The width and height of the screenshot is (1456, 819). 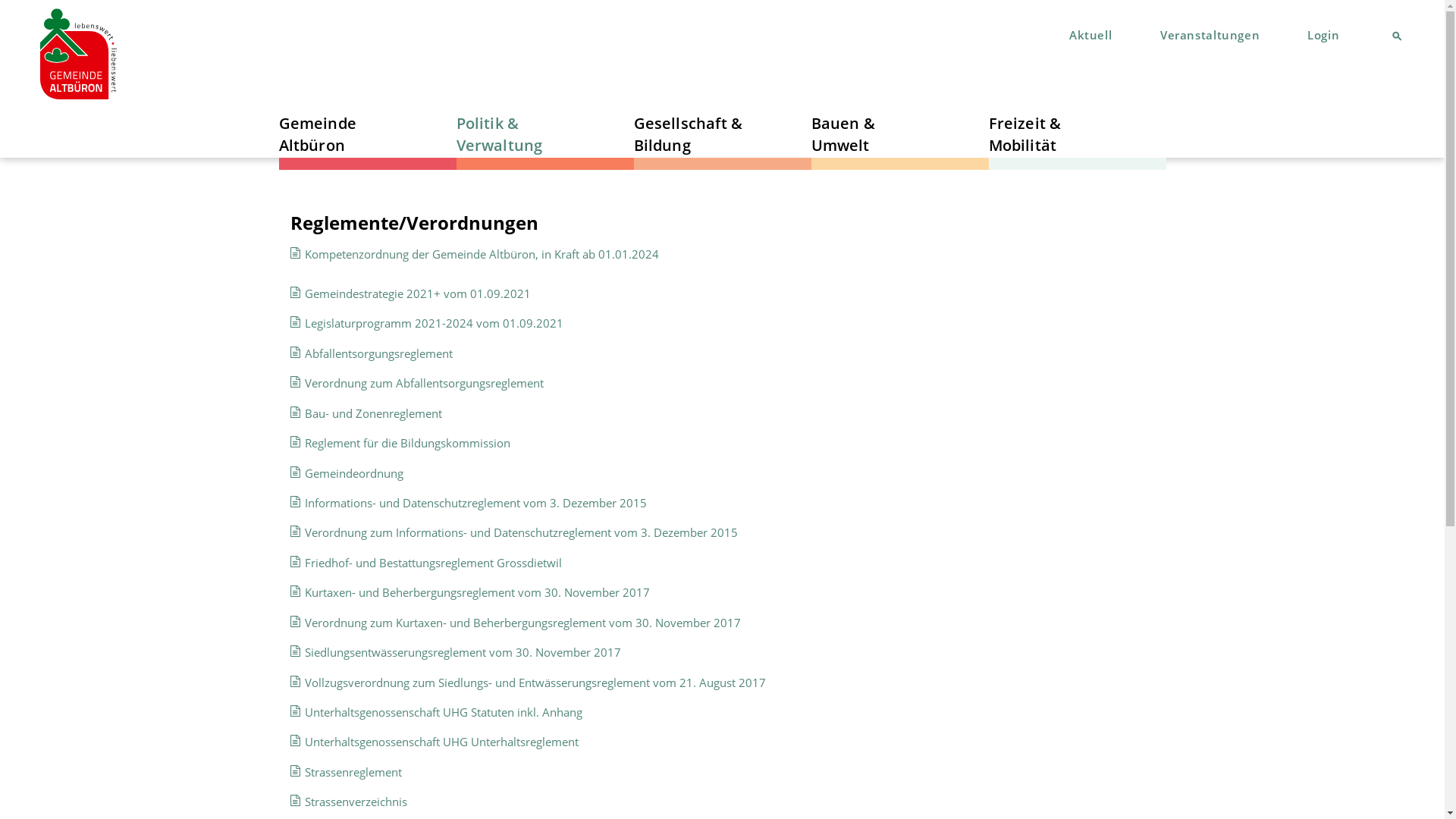 I want to click on 'Strassenverzeichnis', so click(x=355, y=800).